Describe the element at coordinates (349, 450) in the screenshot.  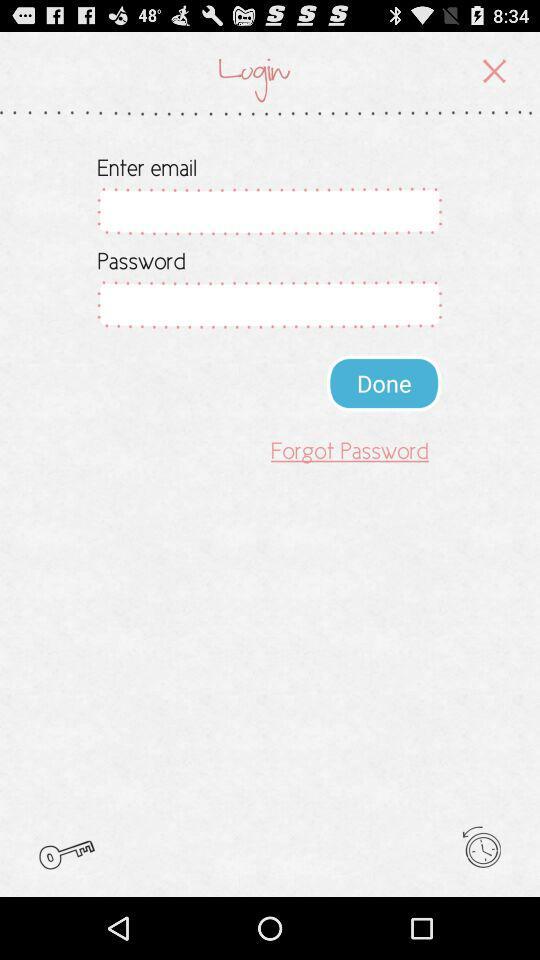
I see `icon below the done icon` at that location.